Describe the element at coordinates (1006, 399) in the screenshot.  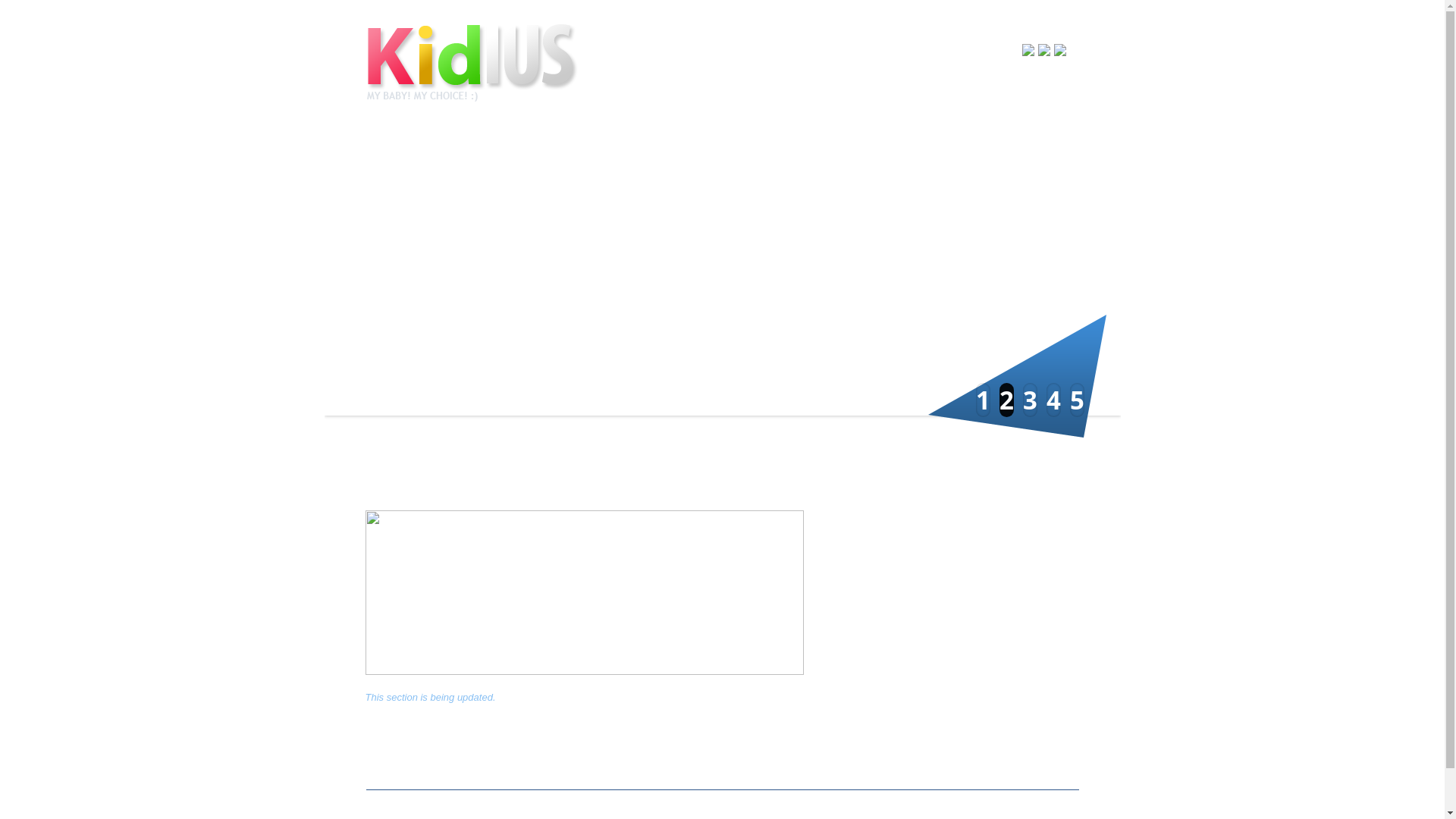
I see `'2'` at that location.